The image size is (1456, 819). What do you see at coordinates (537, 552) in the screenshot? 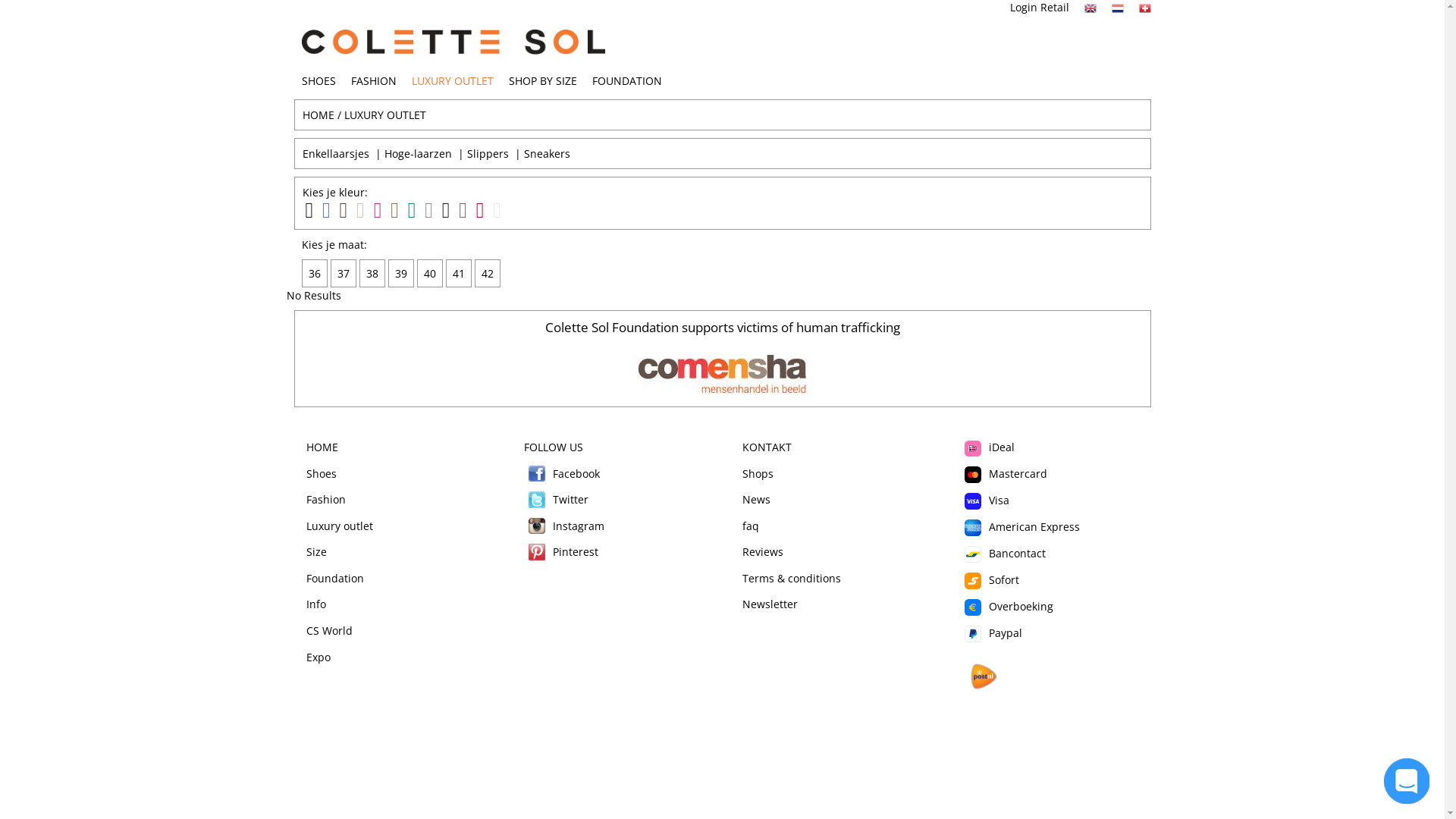
I see `'Pinterest'` at bounding box center [537, 552].